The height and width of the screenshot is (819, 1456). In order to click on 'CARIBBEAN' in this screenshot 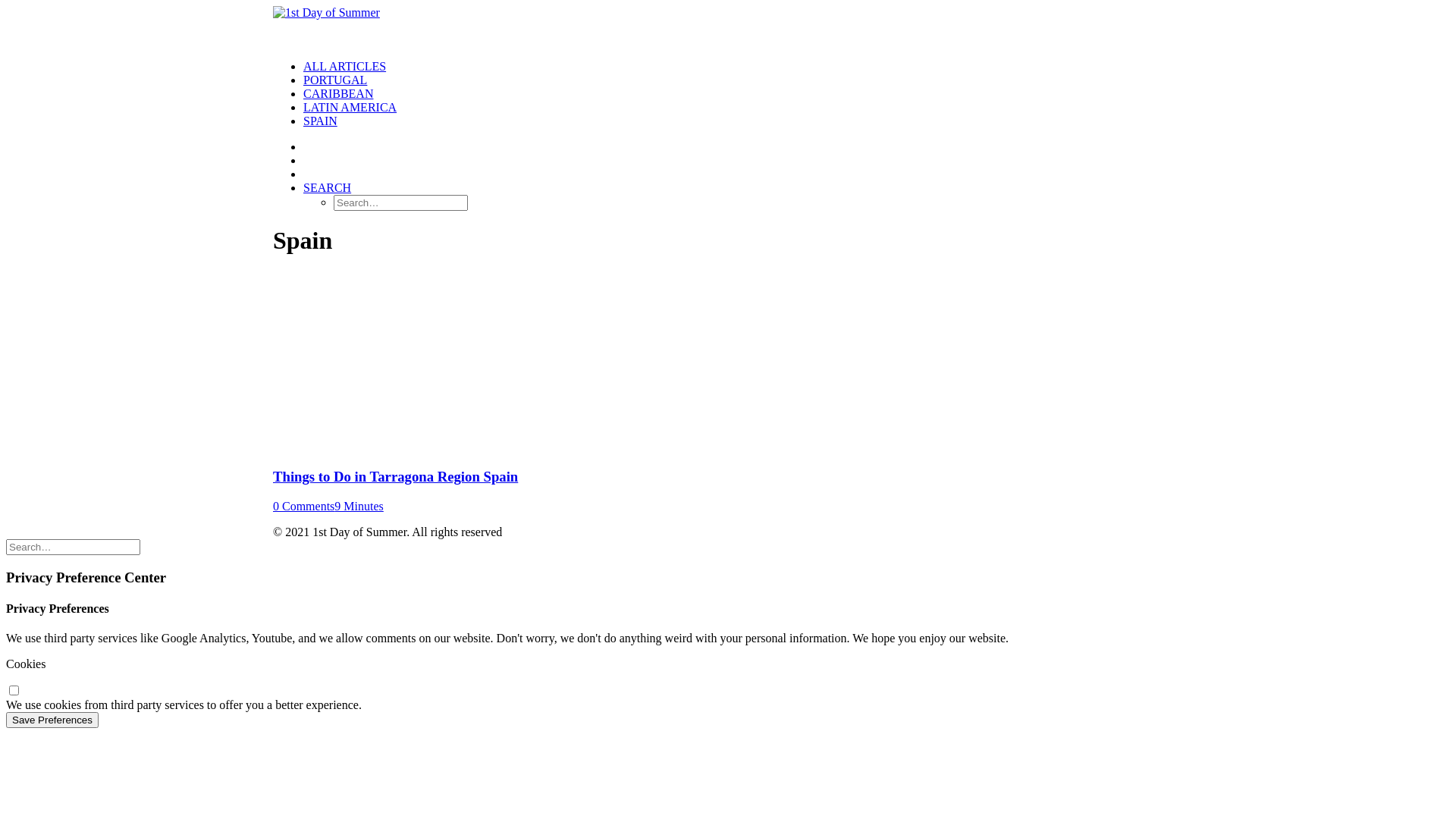, I will do `click(337, 93)`.